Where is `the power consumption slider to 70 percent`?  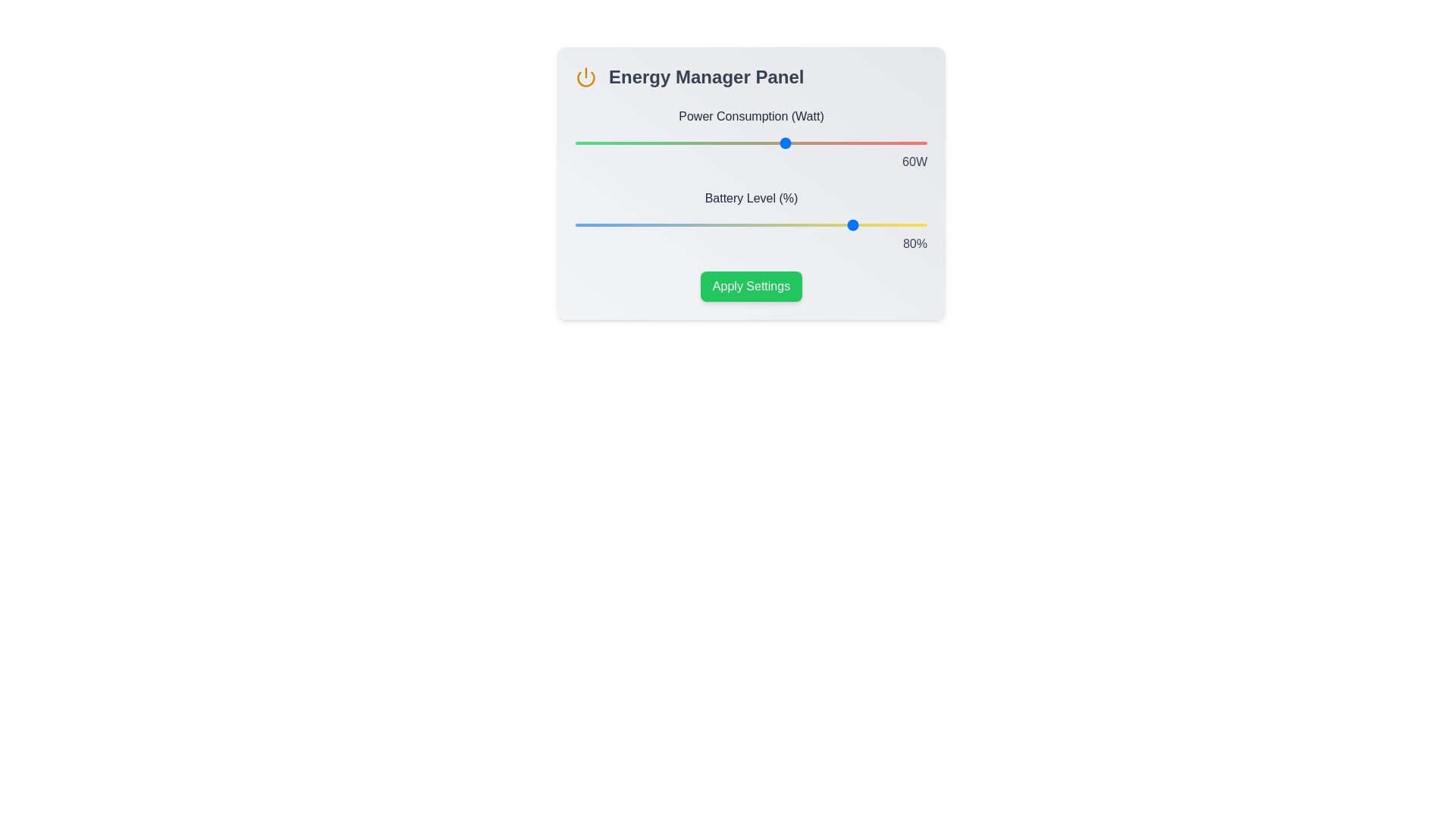
the power consumption slider to 70 percent is located at coordinates (821, 143).